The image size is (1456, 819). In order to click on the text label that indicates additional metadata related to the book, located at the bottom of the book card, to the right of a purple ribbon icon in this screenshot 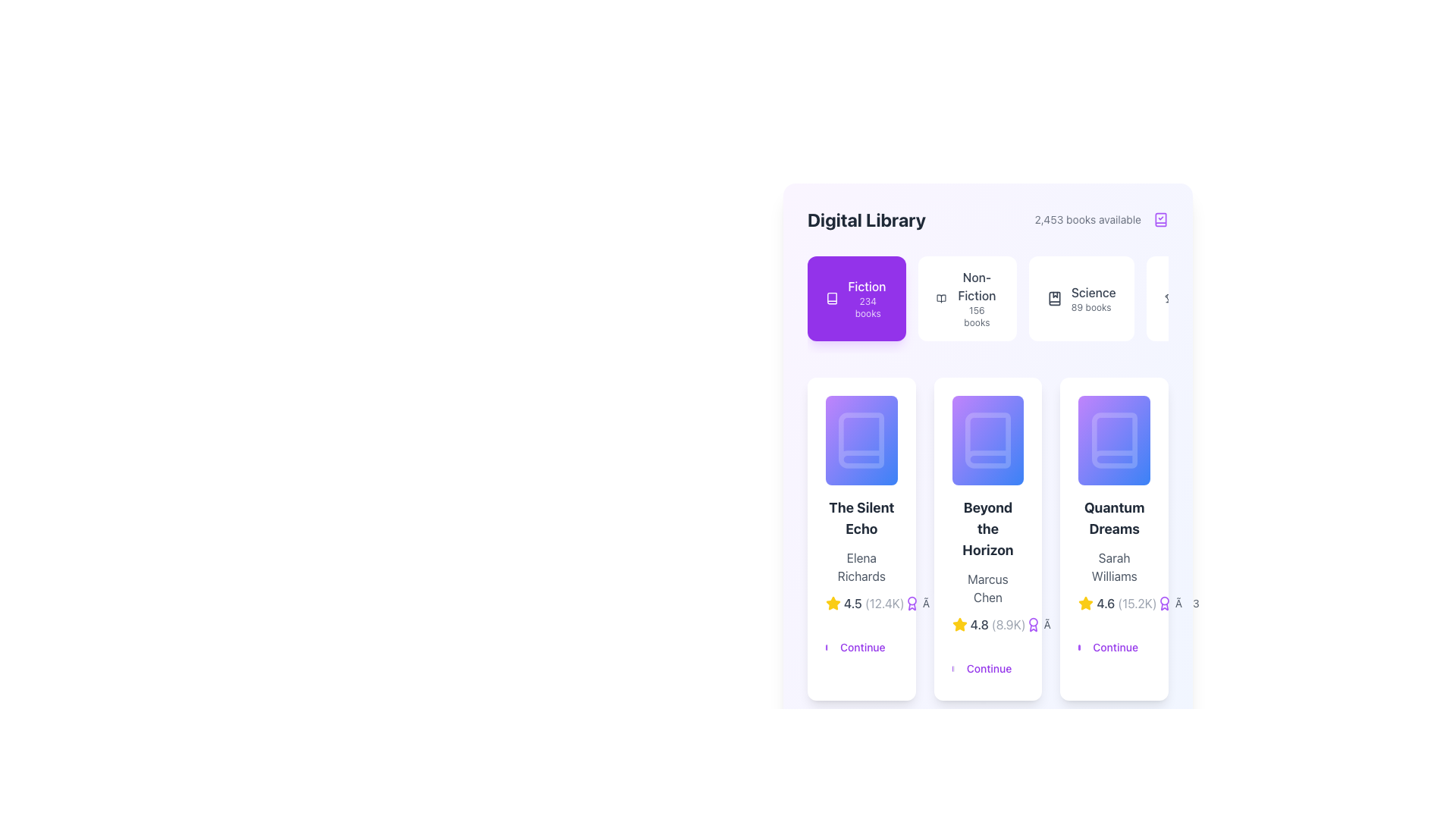, I will do `click(924, 603)`.